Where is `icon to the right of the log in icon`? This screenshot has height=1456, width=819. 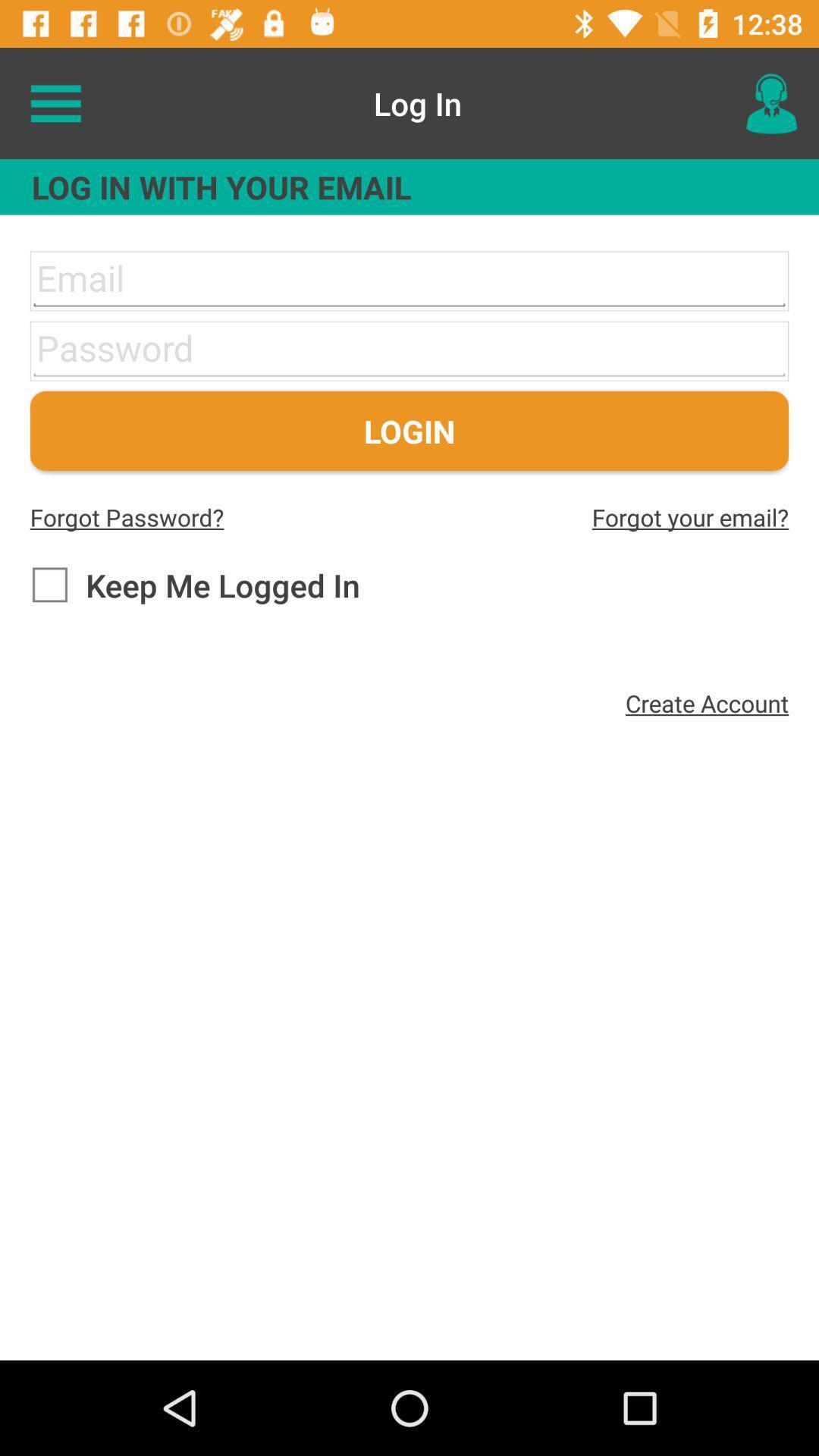
icon to the right of the log in icon is located at coordinates (771, 102).